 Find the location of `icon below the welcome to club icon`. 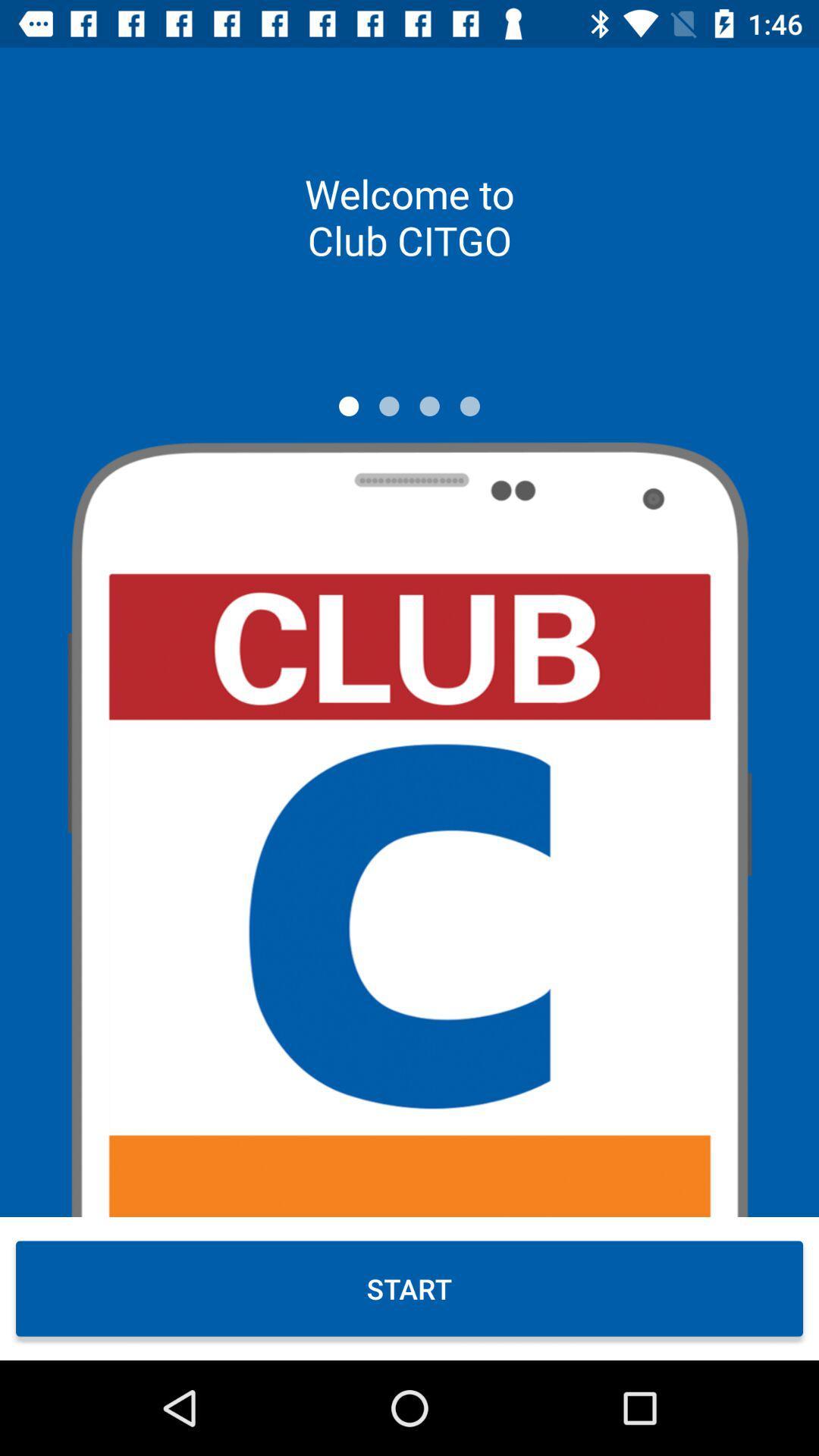

icon below the welcome to club icon is located at coordinates (469, 406).